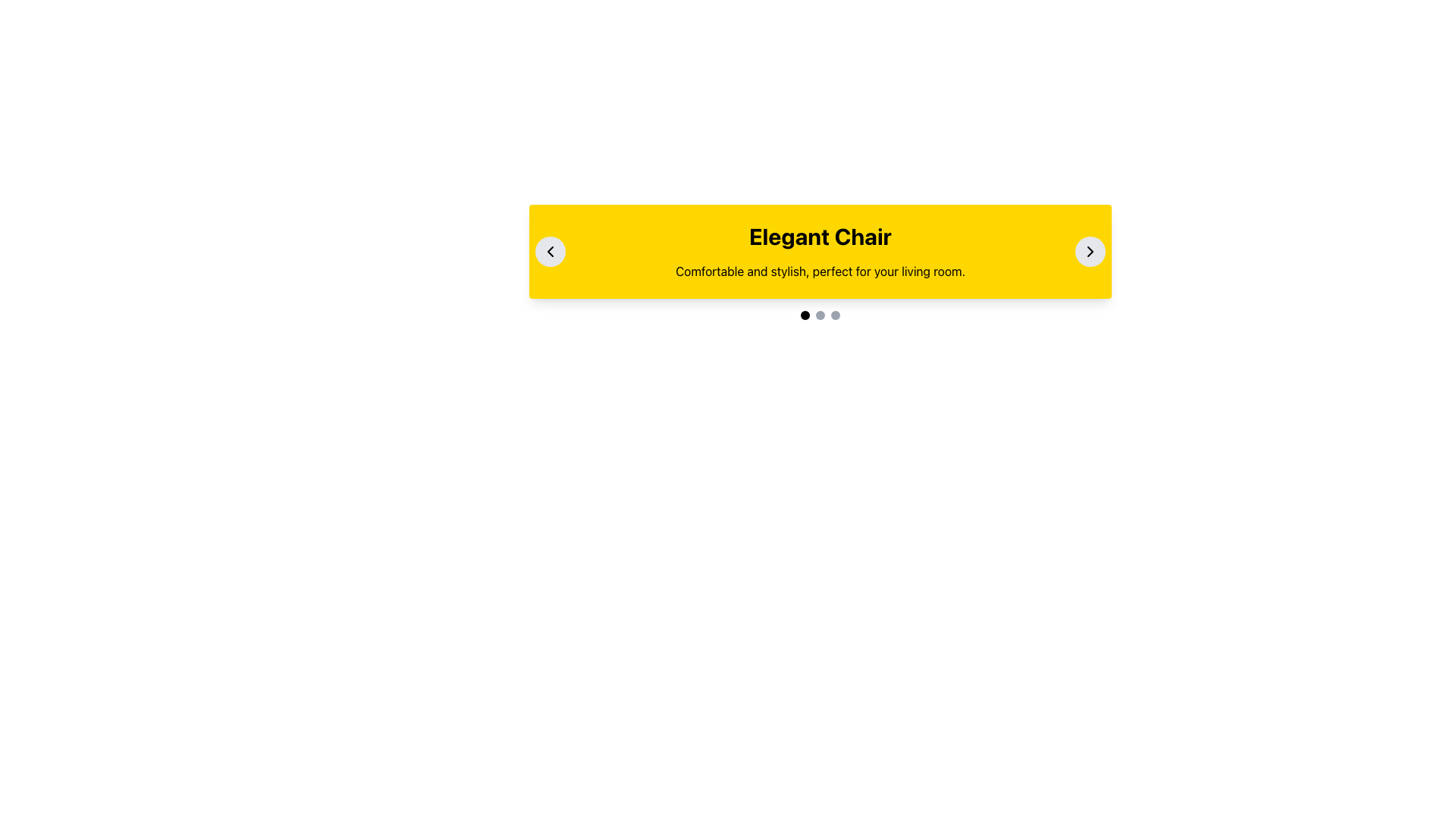  I want to click on the bold, extra-large static text reading 'Elegant Chair' which is styled in black font on a vibrant yellow background, located at the top center of the card, so click(819, 237).